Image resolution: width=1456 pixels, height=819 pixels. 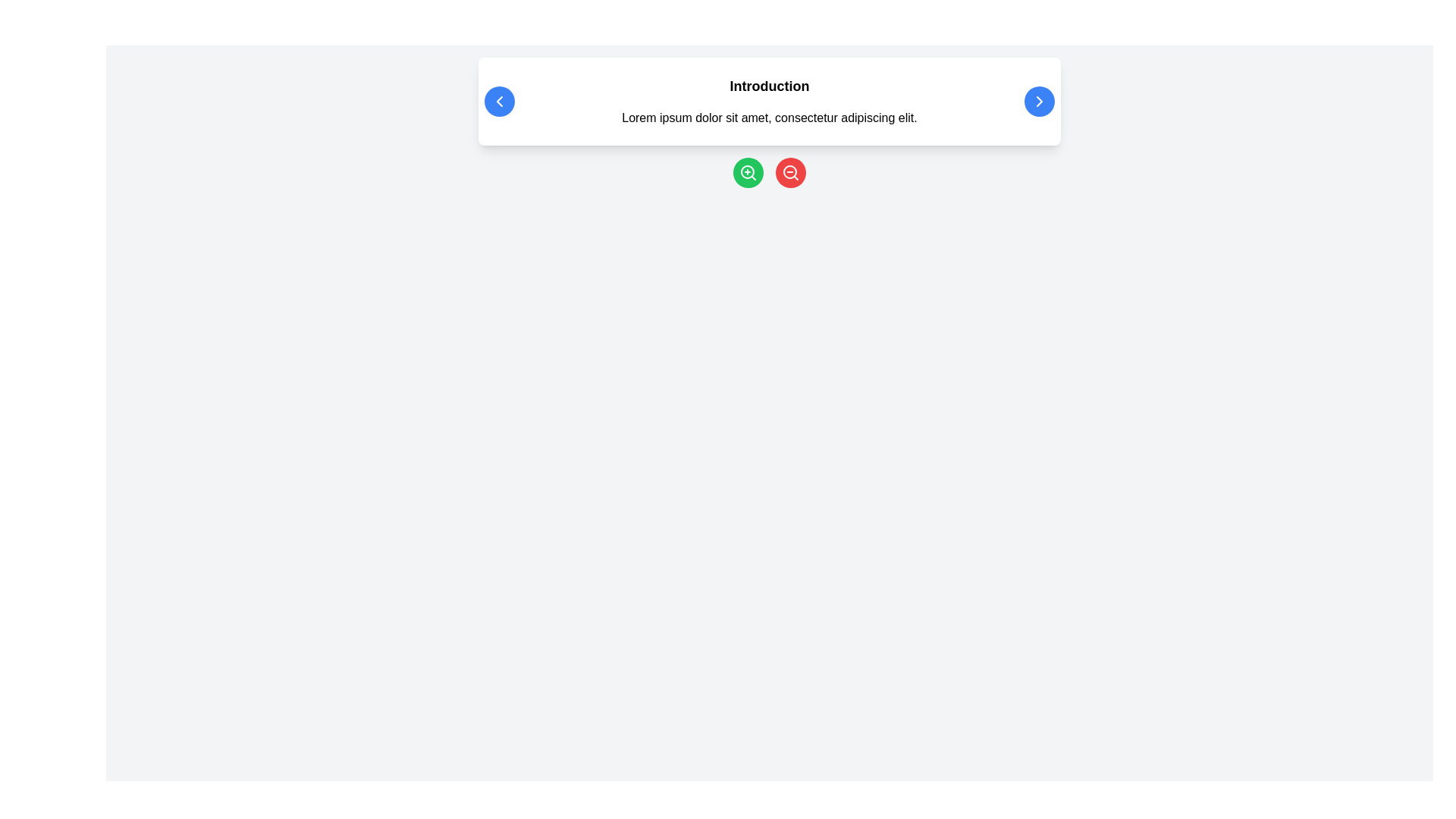 I want to click on the text displayed in the text component that reads 'Lorem ipsum dolor sit amet, consectetur adipiscing elit.', located directly below the 'Introduction' heading, so click(x=769, y=117).